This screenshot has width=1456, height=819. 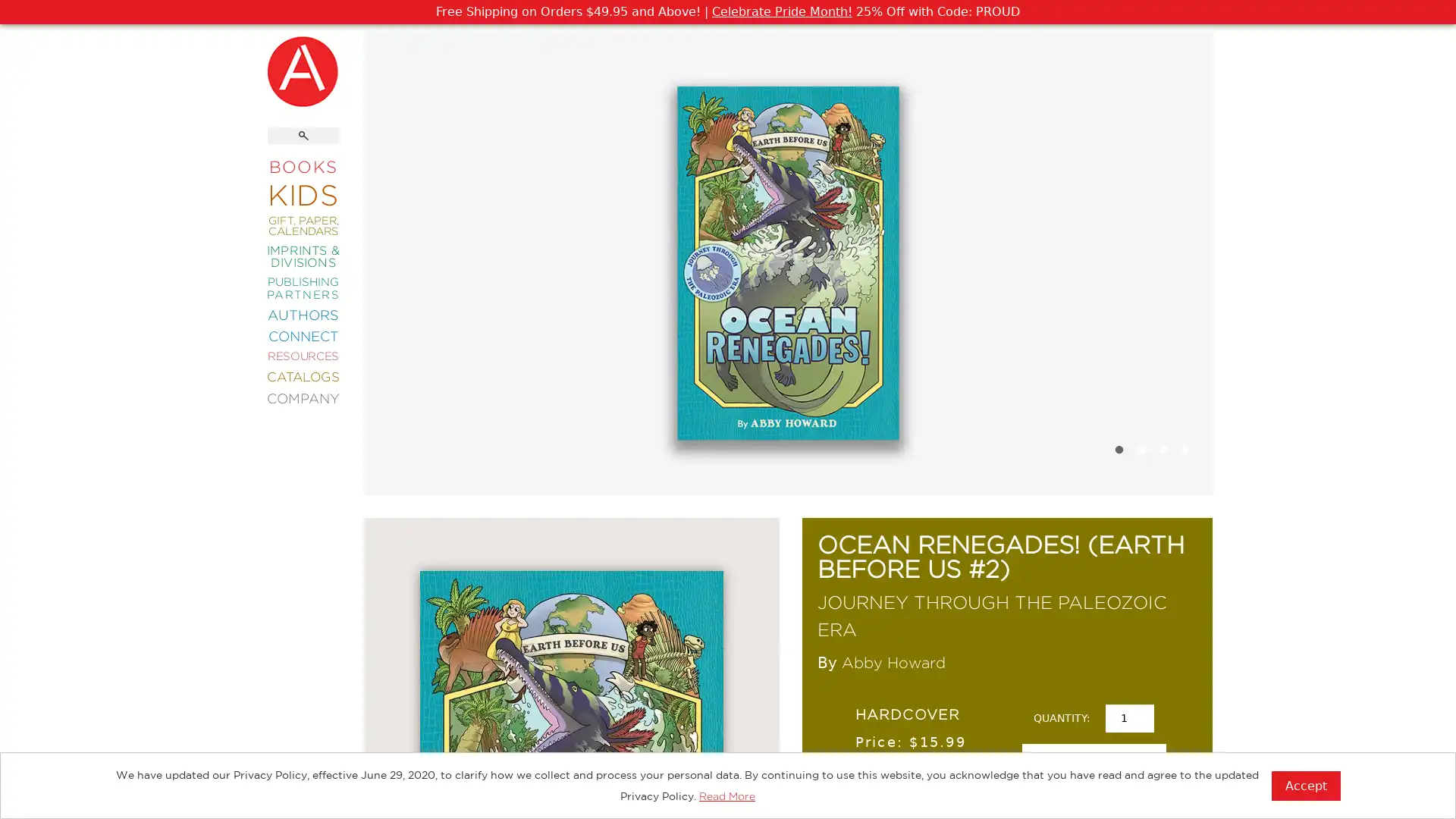 I want to click on AUTHORS, so click(x=303, y=313).